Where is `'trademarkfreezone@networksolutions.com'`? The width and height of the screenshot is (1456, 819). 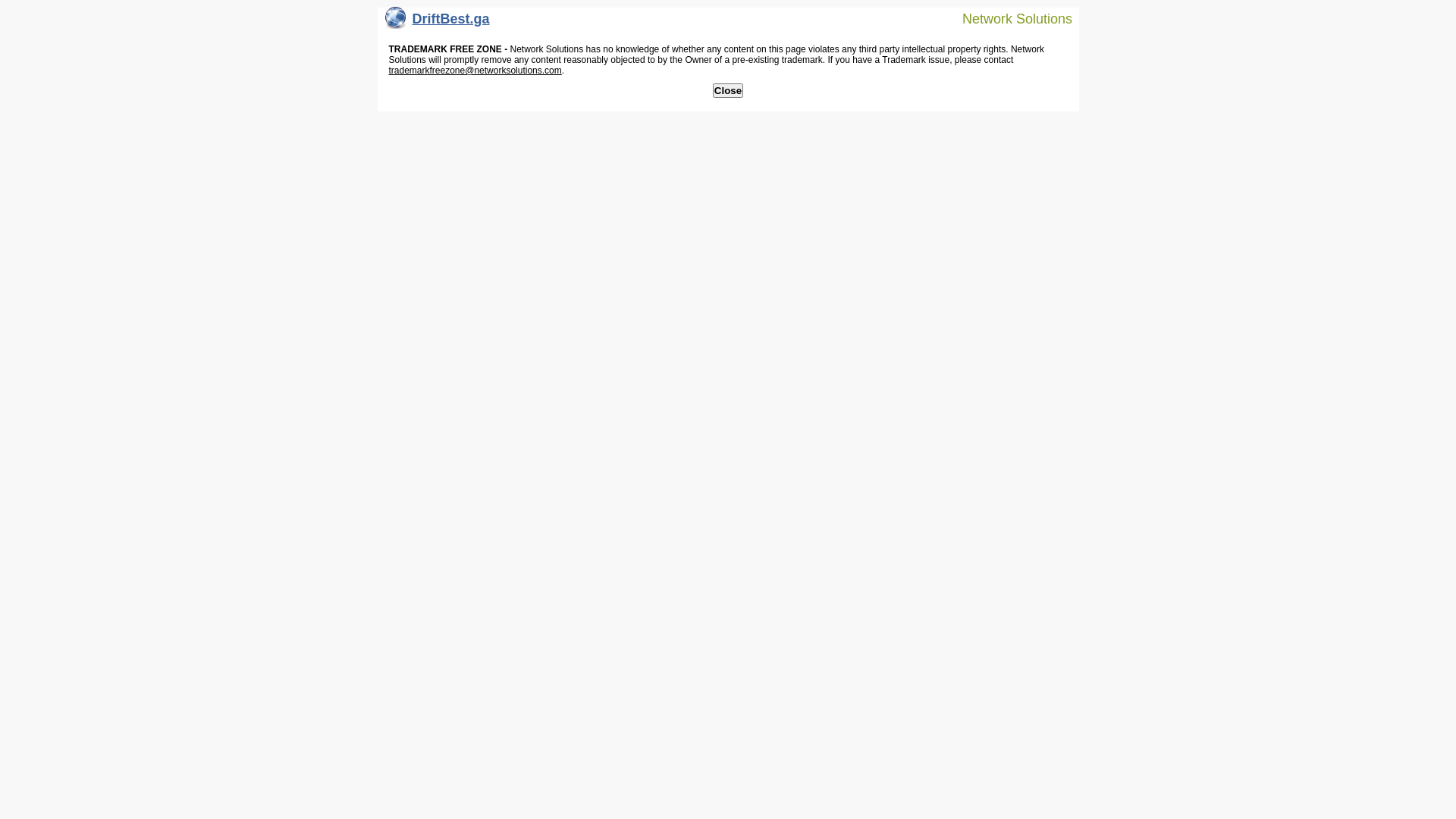 'trademarkfreezone@networksolutions.com' is located at coordinates (473, 70).